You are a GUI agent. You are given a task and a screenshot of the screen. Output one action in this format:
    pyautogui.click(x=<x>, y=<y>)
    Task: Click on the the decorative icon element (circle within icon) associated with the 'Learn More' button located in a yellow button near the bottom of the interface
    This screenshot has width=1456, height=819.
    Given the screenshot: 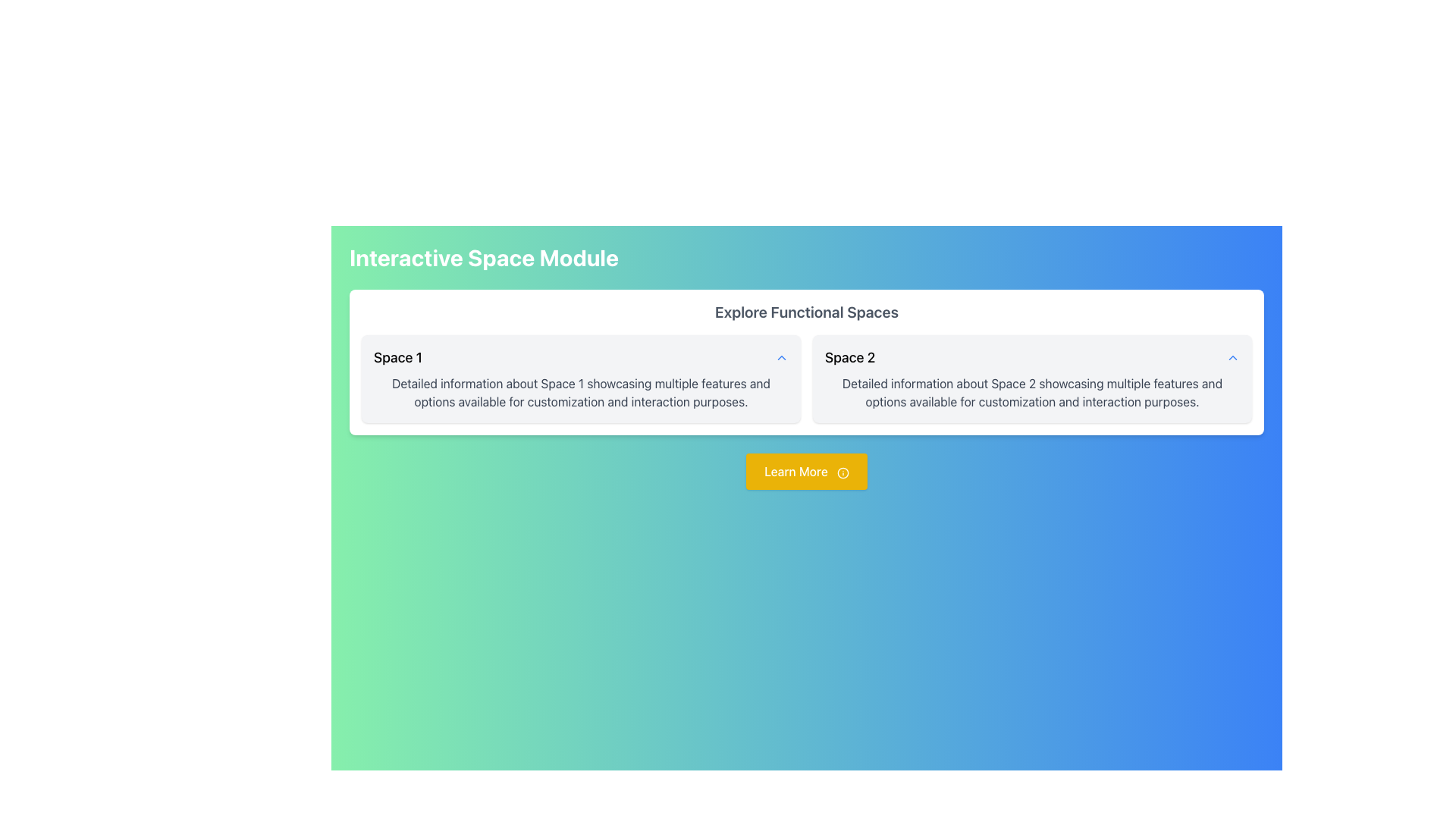 What is the action you would take?
    pyautogui.click(x=842, y=472)
    